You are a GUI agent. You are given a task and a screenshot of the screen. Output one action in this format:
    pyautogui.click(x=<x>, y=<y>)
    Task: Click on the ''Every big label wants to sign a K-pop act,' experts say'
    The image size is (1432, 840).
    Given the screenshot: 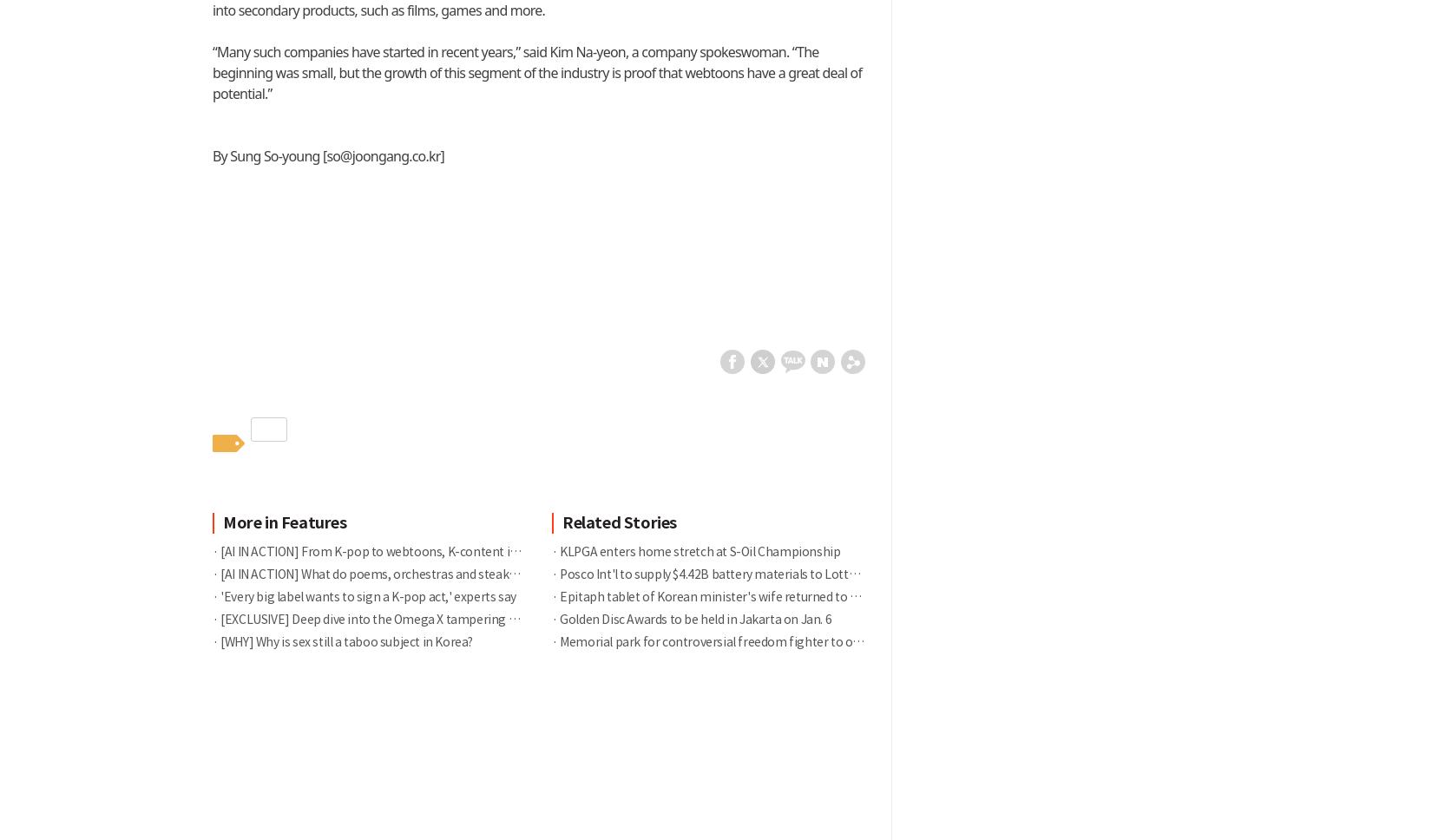 What is the action you would take?
    pyautogui.click(x=365, y=595)
    